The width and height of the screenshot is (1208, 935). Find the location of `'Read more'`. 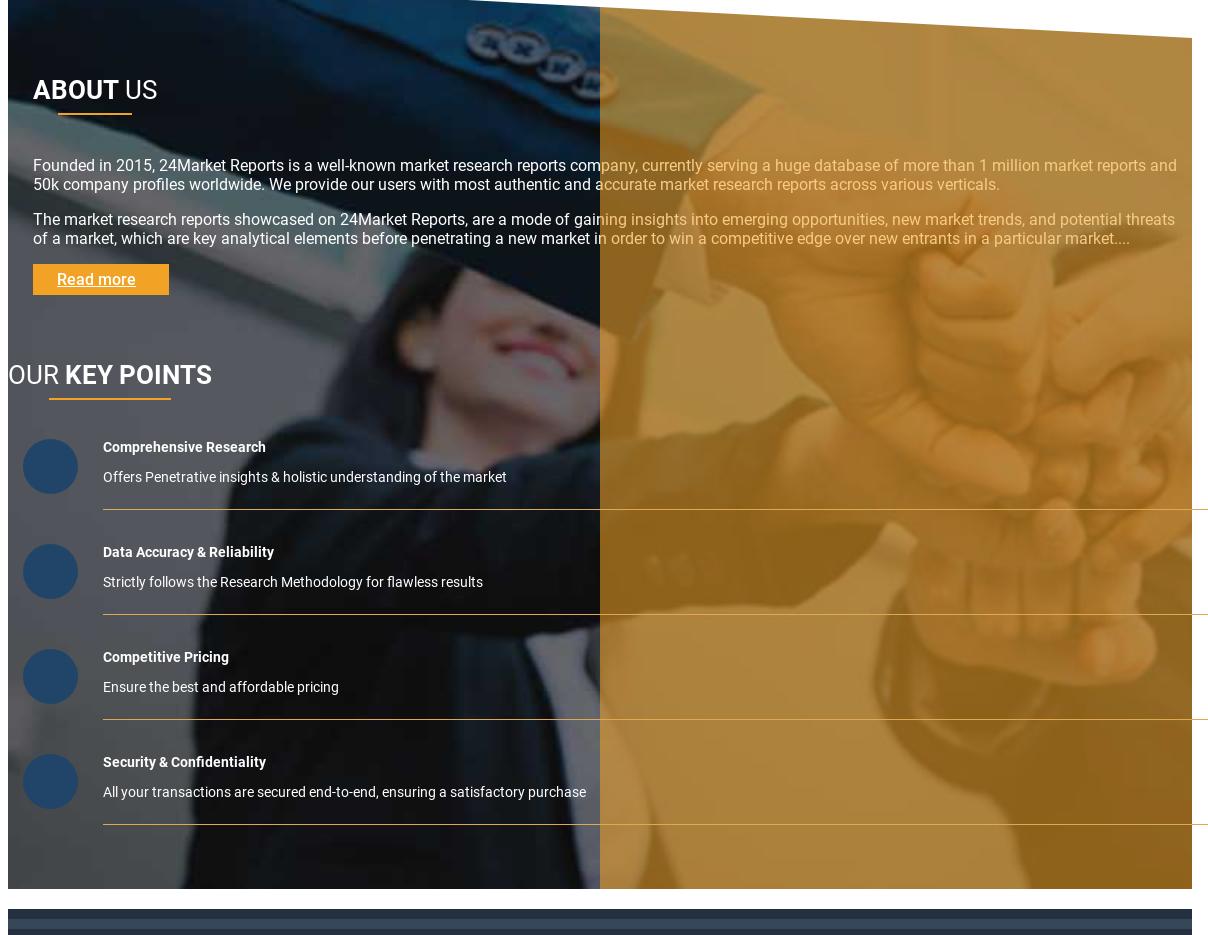

'Read more' is located at coordinates (95, 278).